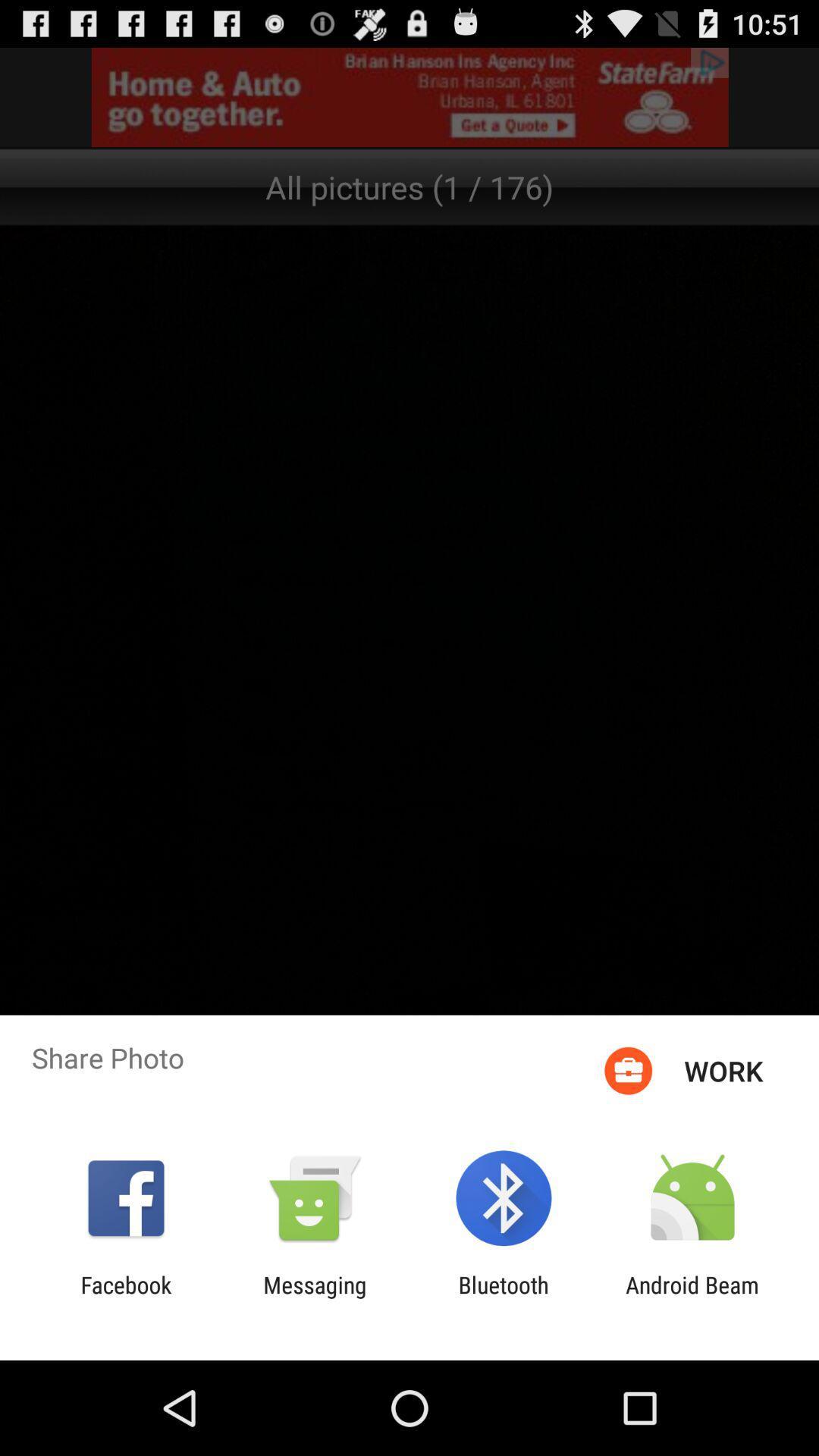 This screenshot has height=1456, width=819. I want to click on the item next to the messaging item, so click(125, 1298).